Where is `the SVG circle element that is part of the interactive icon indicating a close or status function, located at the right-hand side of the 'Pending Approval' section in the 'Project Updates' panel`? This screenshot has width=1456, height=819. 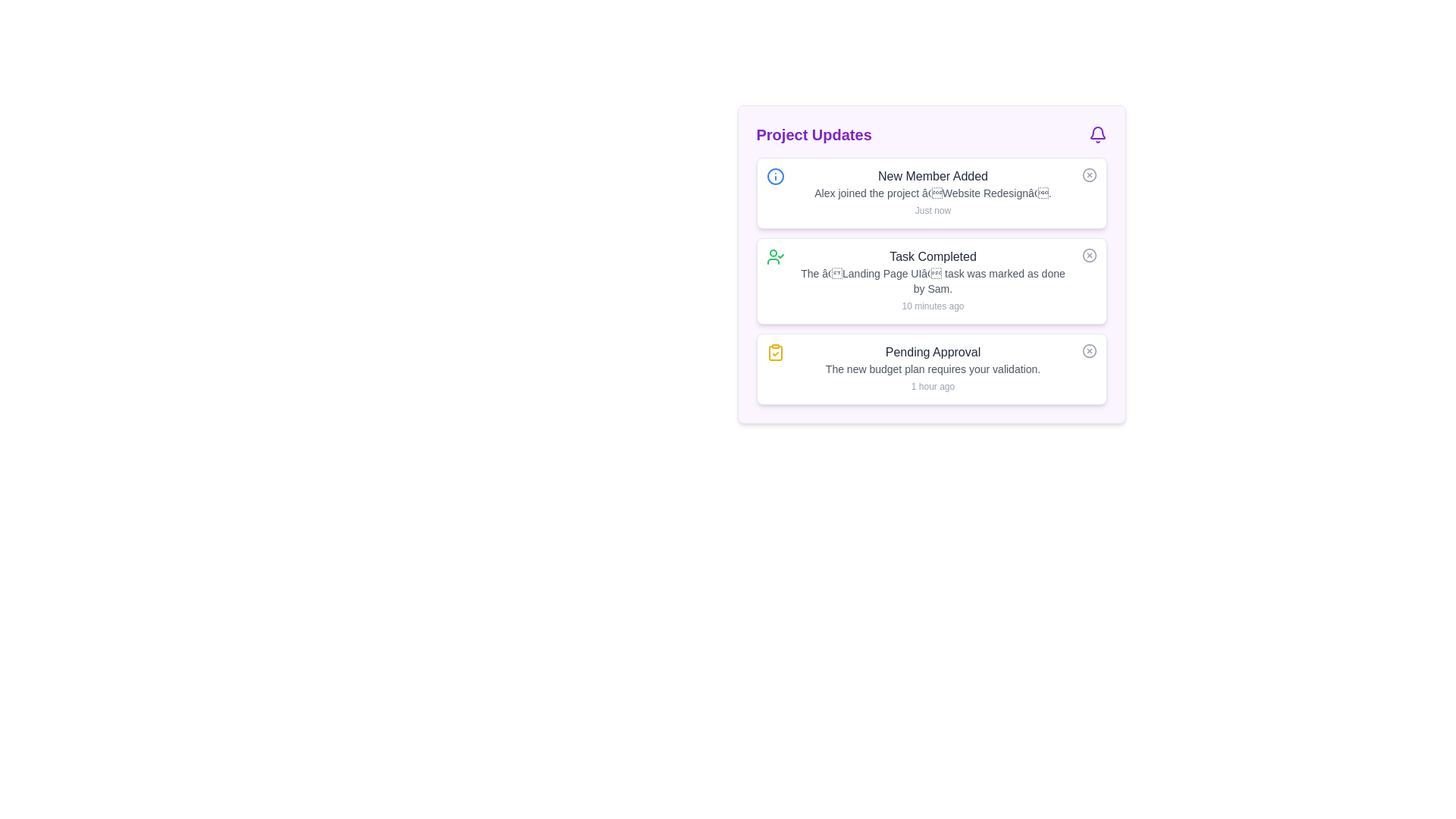
the SVG circle element that is part of the interactive icon indicating a close or status function, located at the right-hand side of the 'Pending Approval' section in the 'Project Updates' panel is located at coordinates (1088, 350).